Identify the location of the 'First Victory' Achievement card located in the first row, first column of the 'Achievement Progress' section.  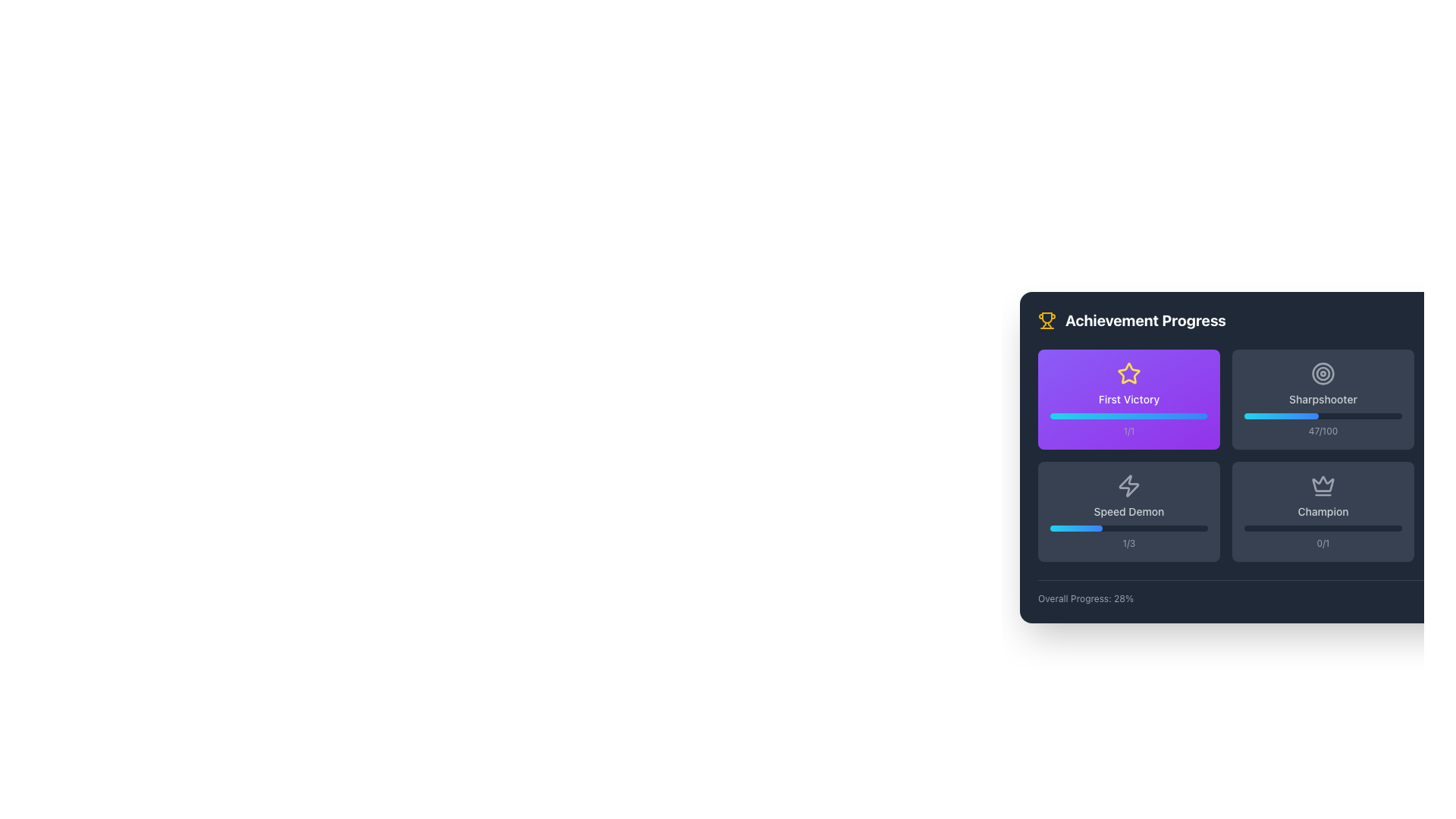
(1128, 399).